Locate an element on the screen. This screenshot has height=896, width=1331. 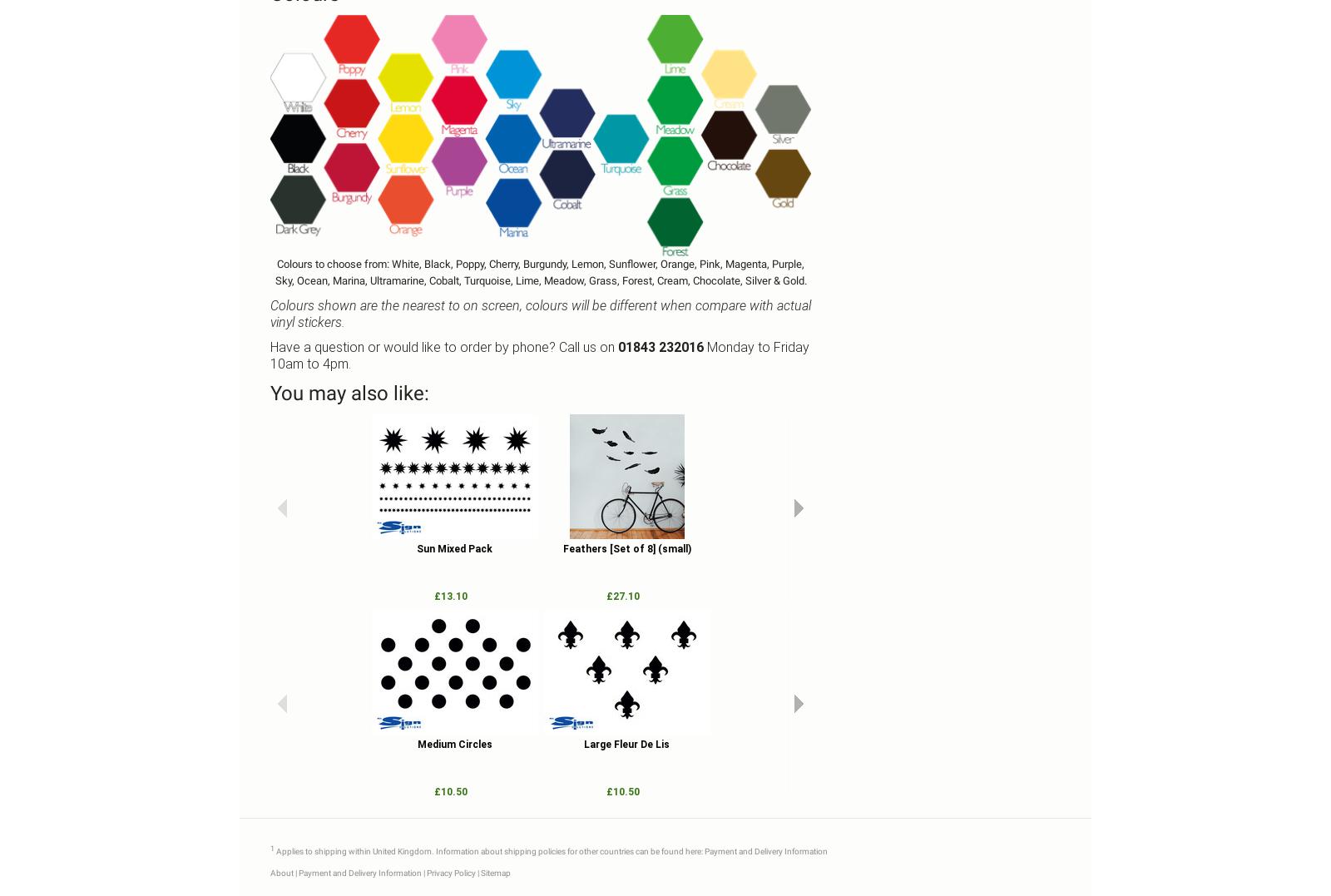
'£13.20' is located at coordinates (1137, 596).